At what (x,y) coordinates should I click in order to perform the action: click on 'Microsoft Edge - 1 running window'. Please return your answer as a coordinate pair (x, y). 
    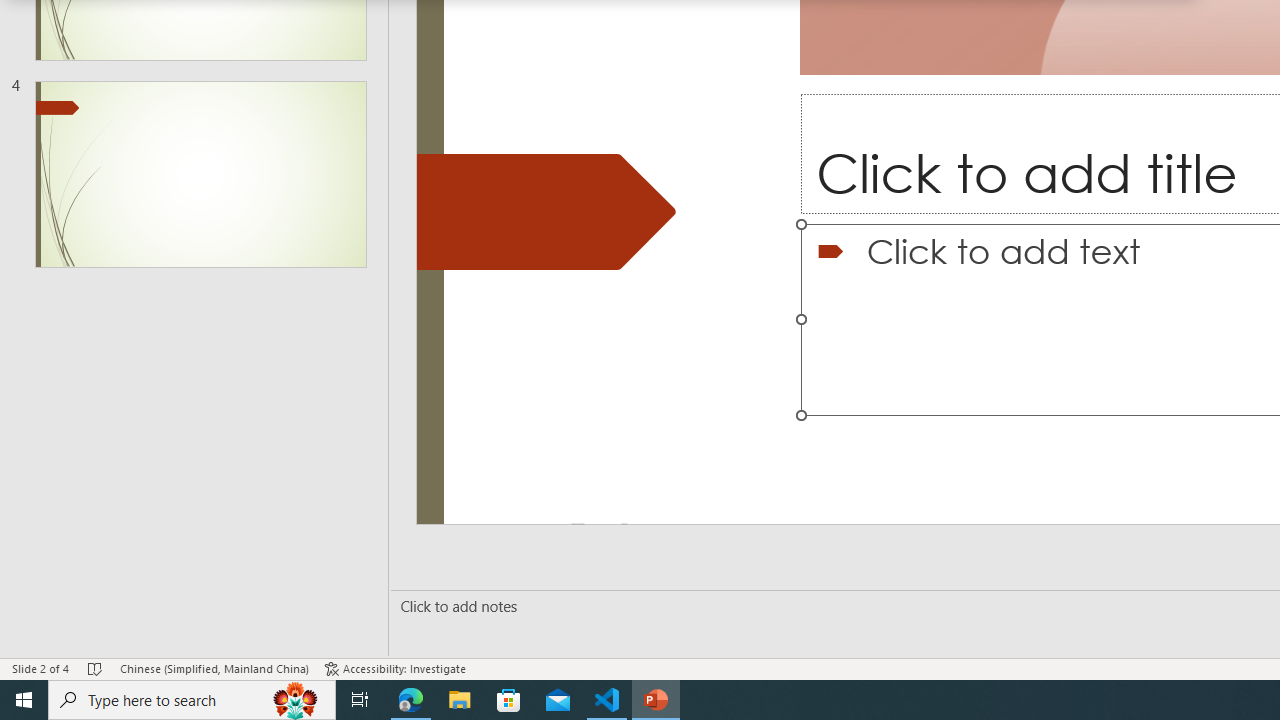
    Looking at the image, I should click on (410, 698).